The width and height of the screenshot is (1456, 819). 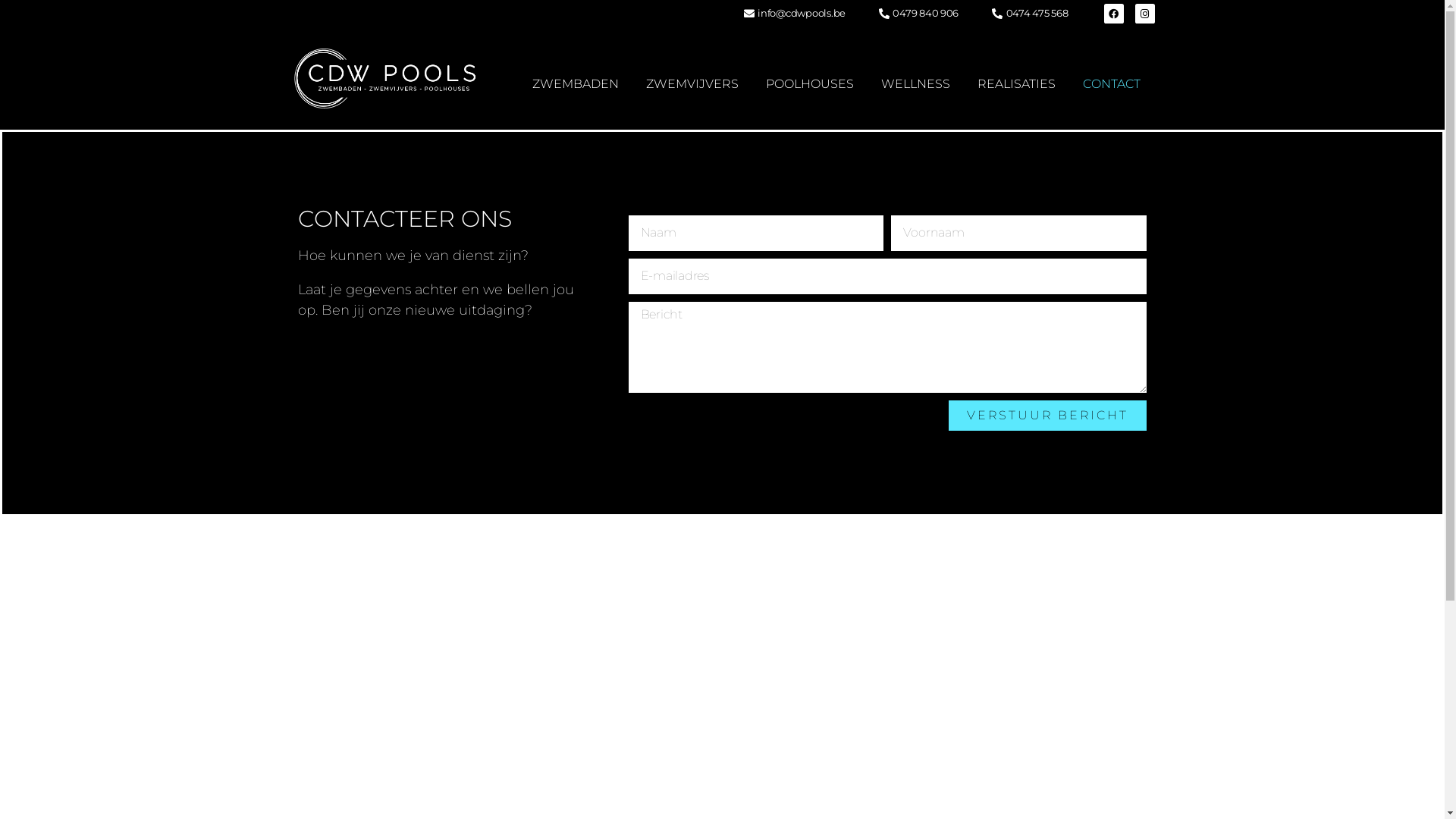 I want to click on 'REALISATIES', so click(x=1016, y=84).